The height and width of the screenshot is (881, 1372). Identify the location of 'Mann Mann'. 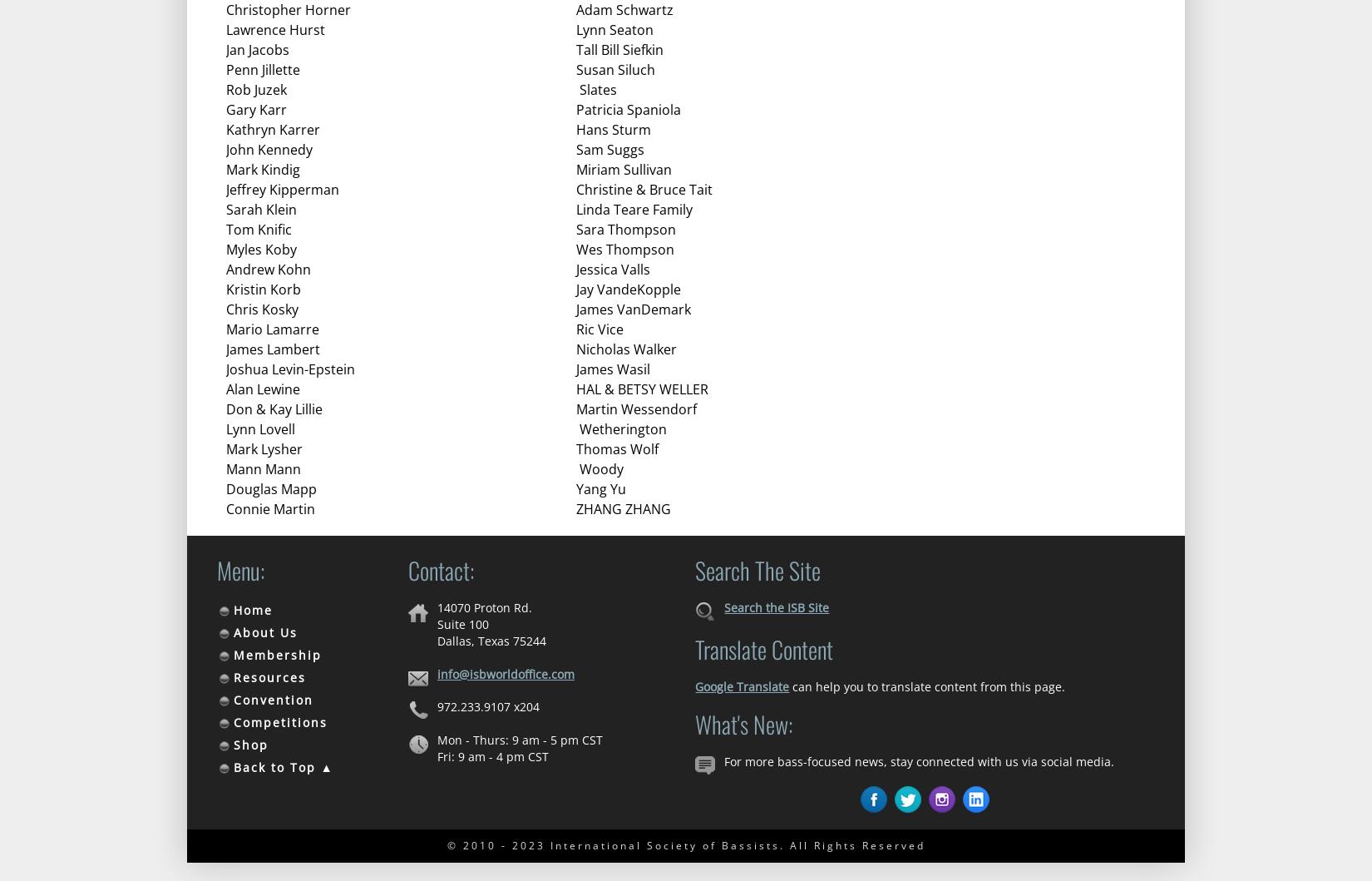
(263, 468).